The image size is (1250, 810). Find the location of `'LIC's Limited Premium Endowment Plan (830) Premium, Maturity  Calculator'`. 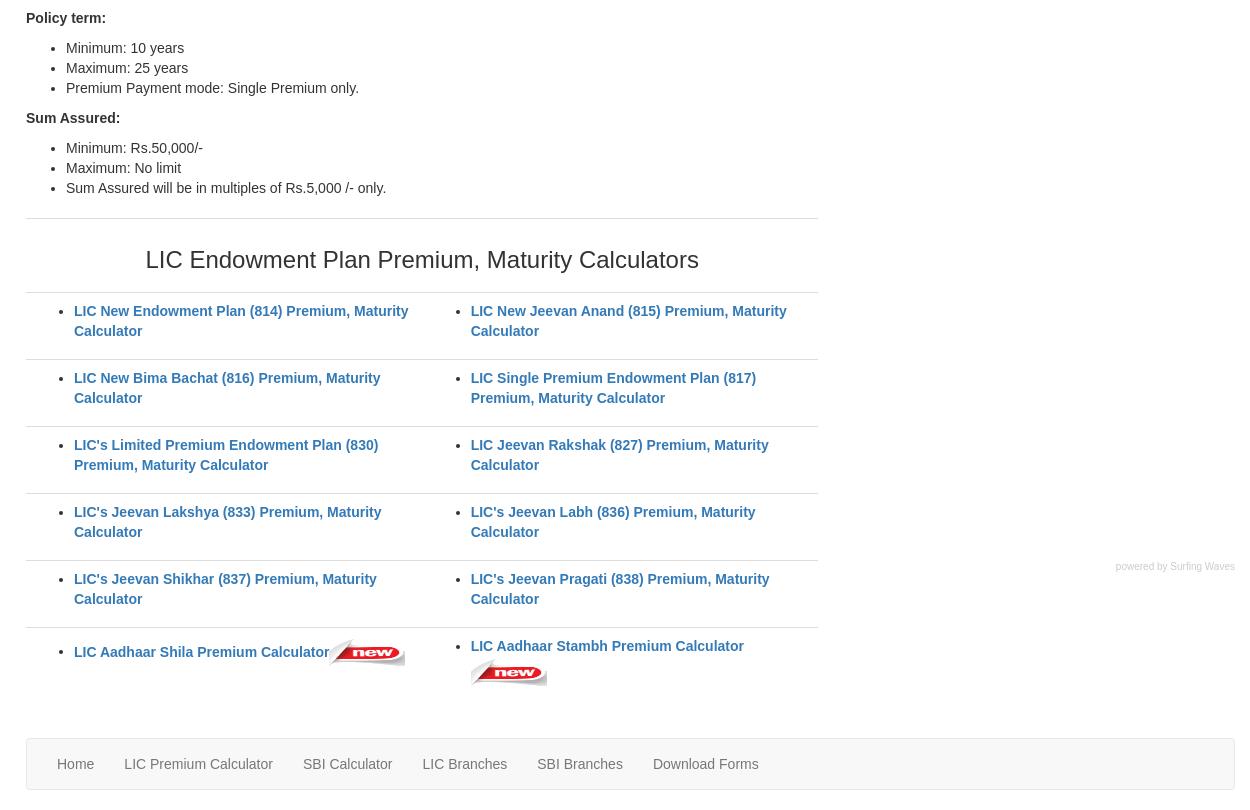

'LIC's Limited Premium Endowment Plan (830) Premium, Maturity  Calculator' is located at coordinates (224, 454).